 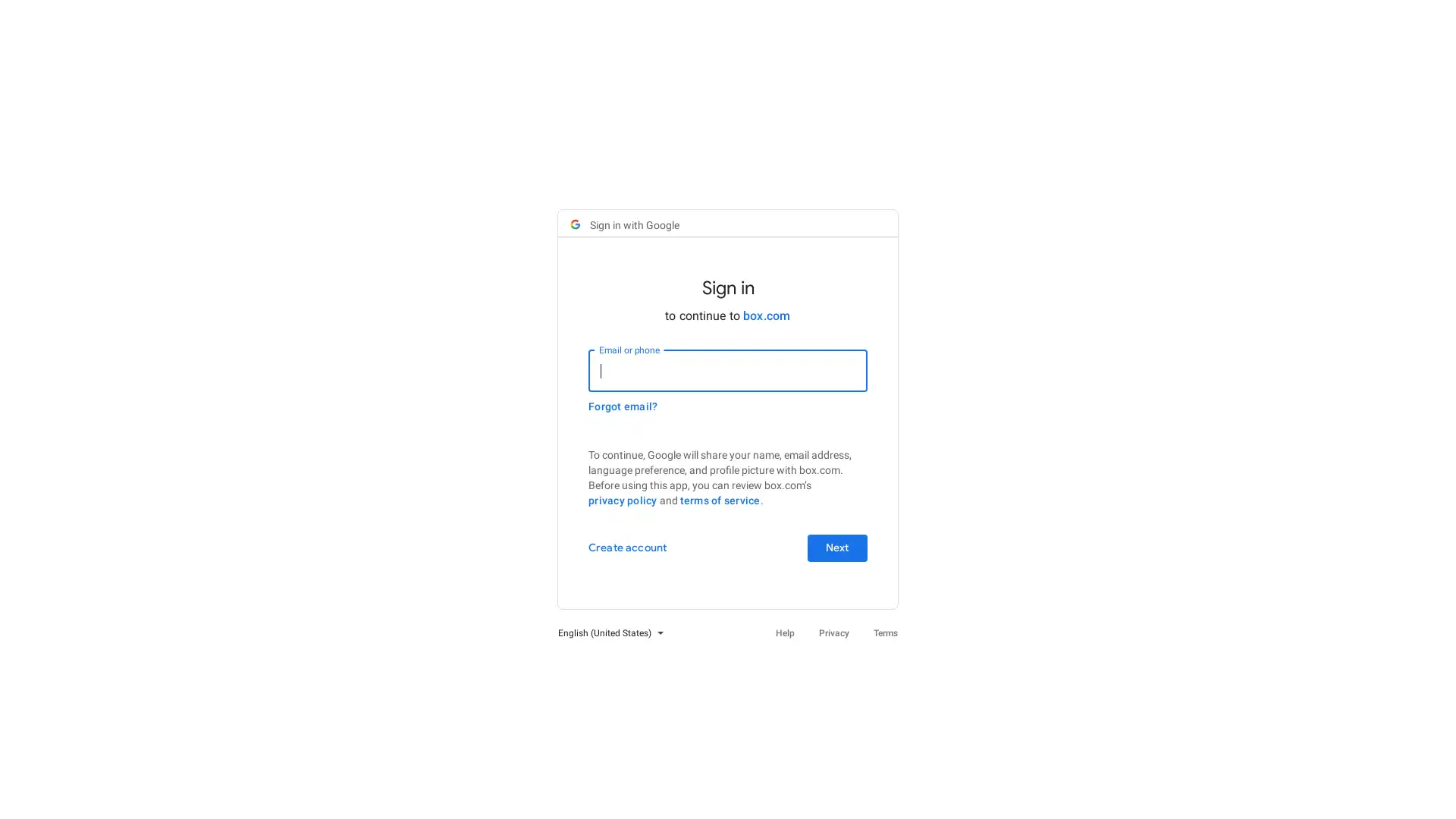 I want to click on Forgot email?, so click(x=623, y=406).